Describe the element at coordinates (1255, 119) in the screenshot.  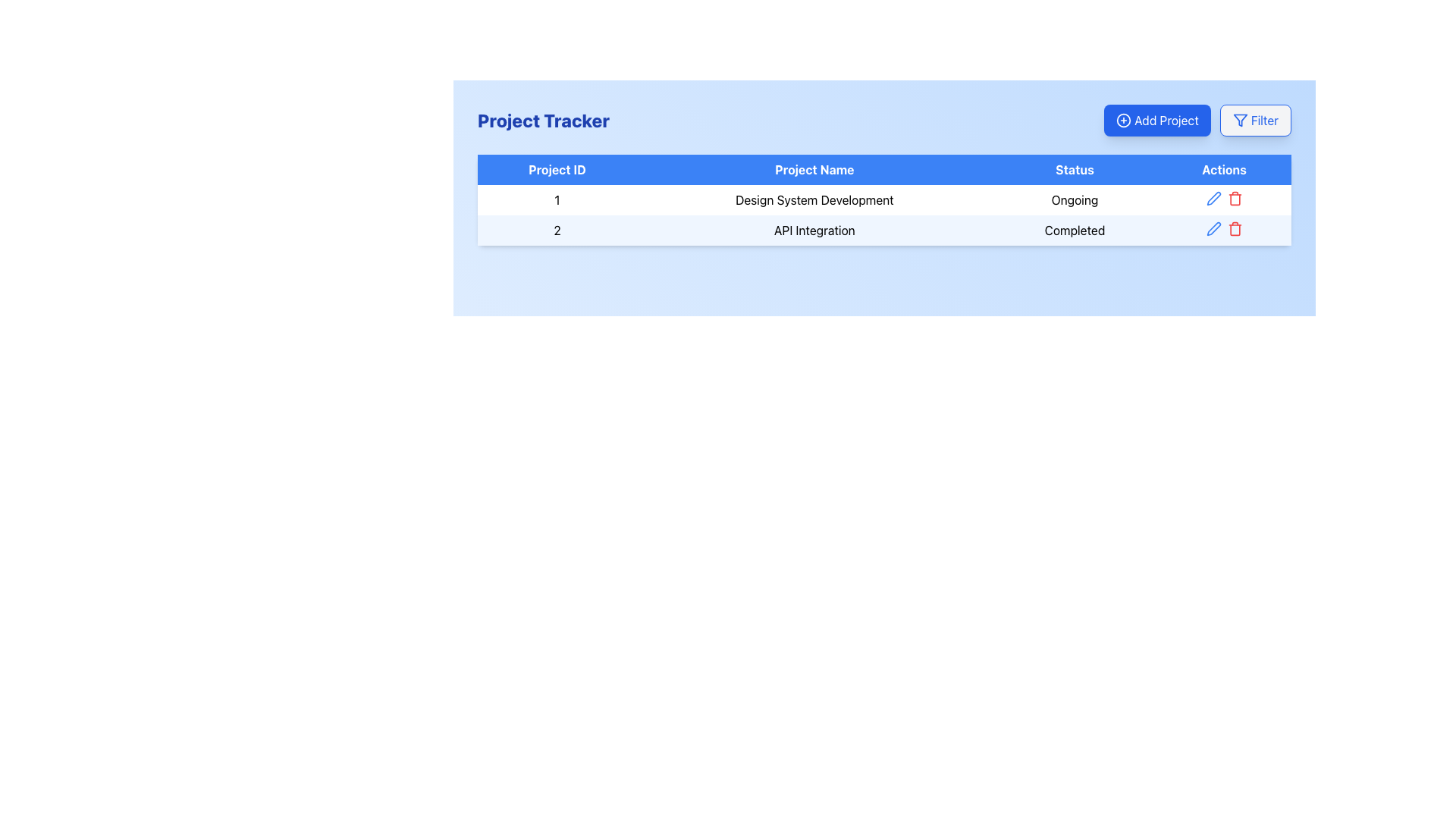
I see `the 'Filter' button located in the top-right corner of the interface` at that location.